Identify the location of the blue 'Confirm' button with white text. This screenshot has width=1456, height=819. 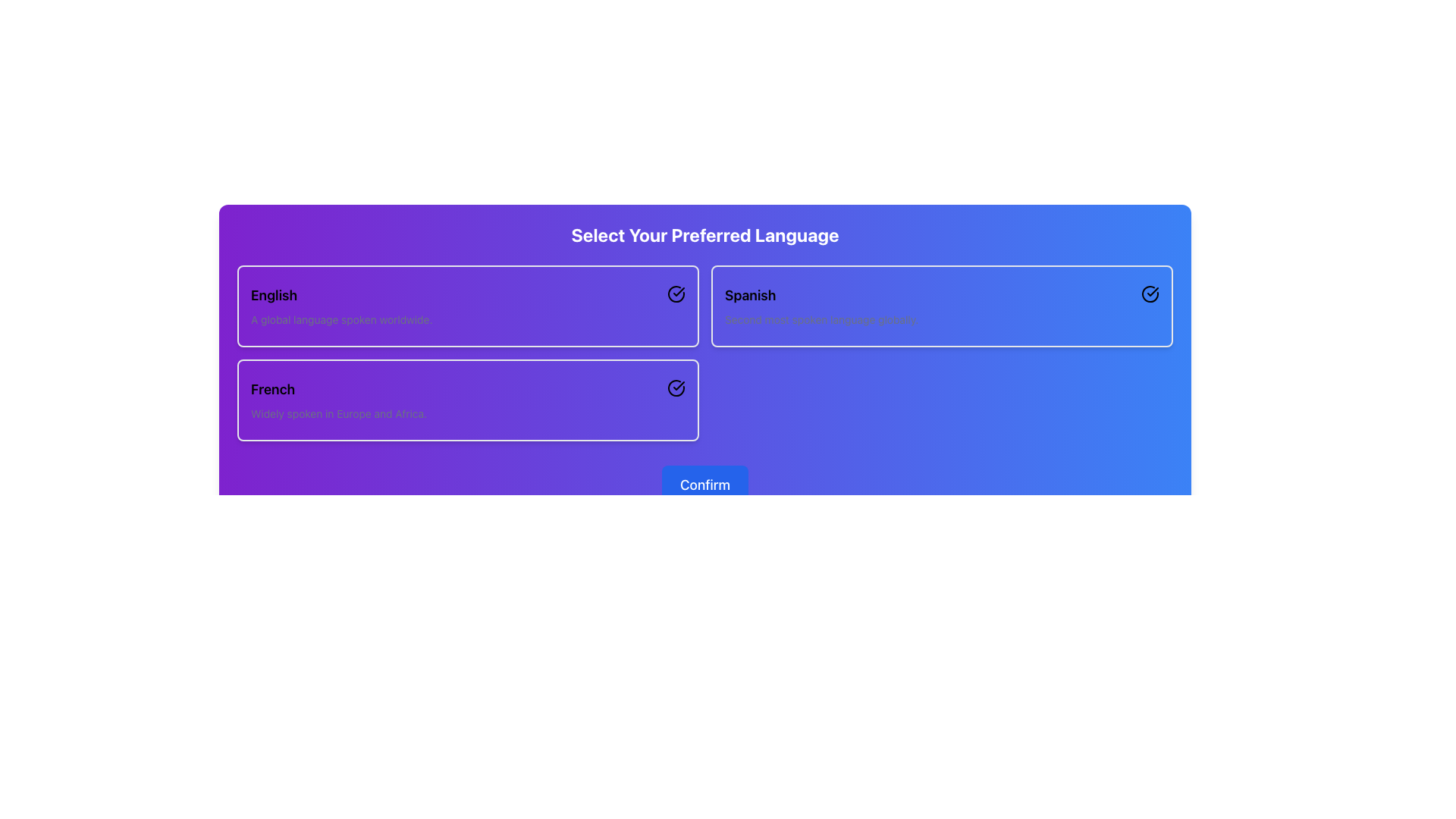
(704, 485).